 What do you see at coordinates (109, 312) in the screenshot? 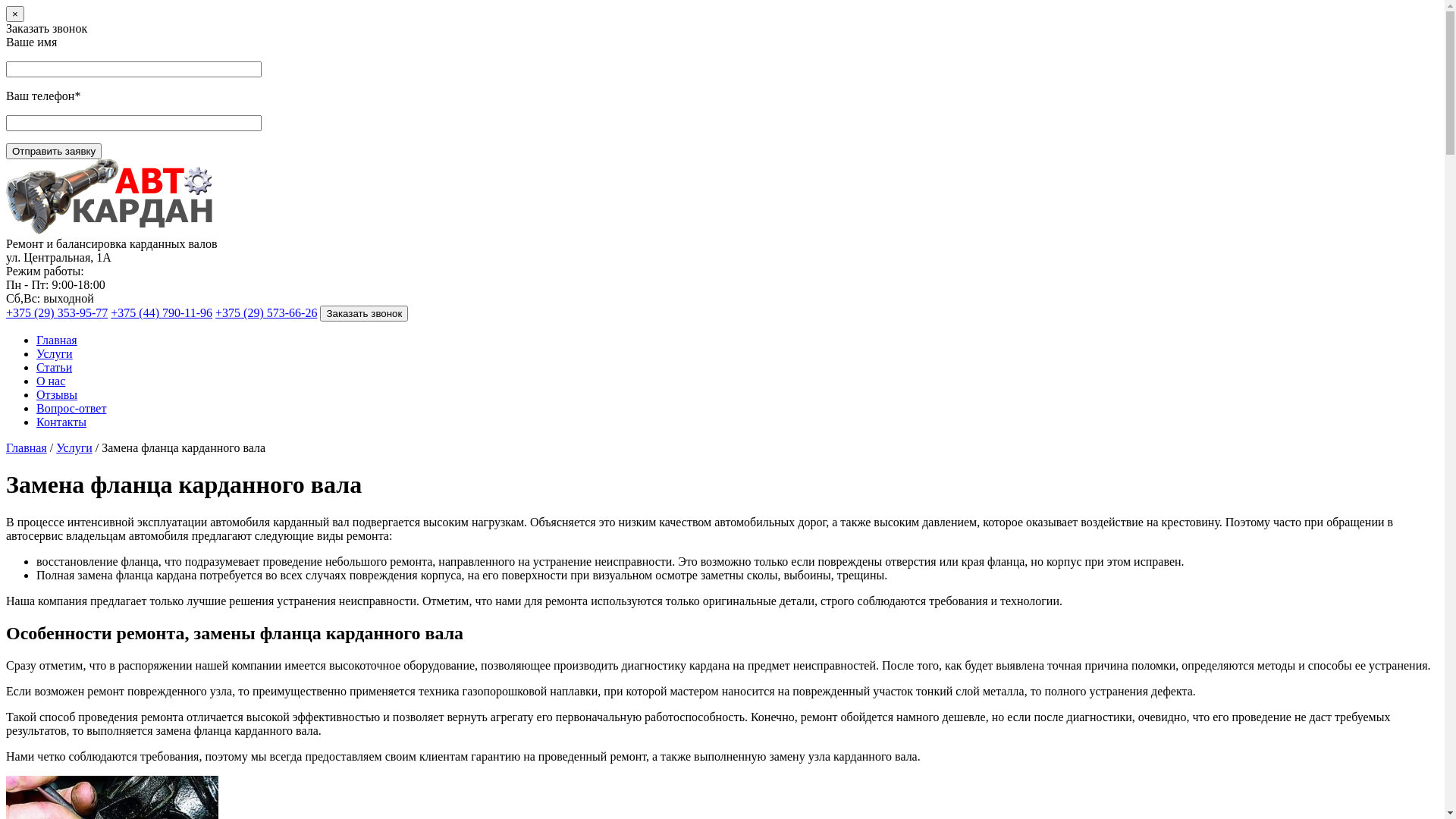
I see `'+375 (44) 790-11-96'` at bounding box center [109, 312].